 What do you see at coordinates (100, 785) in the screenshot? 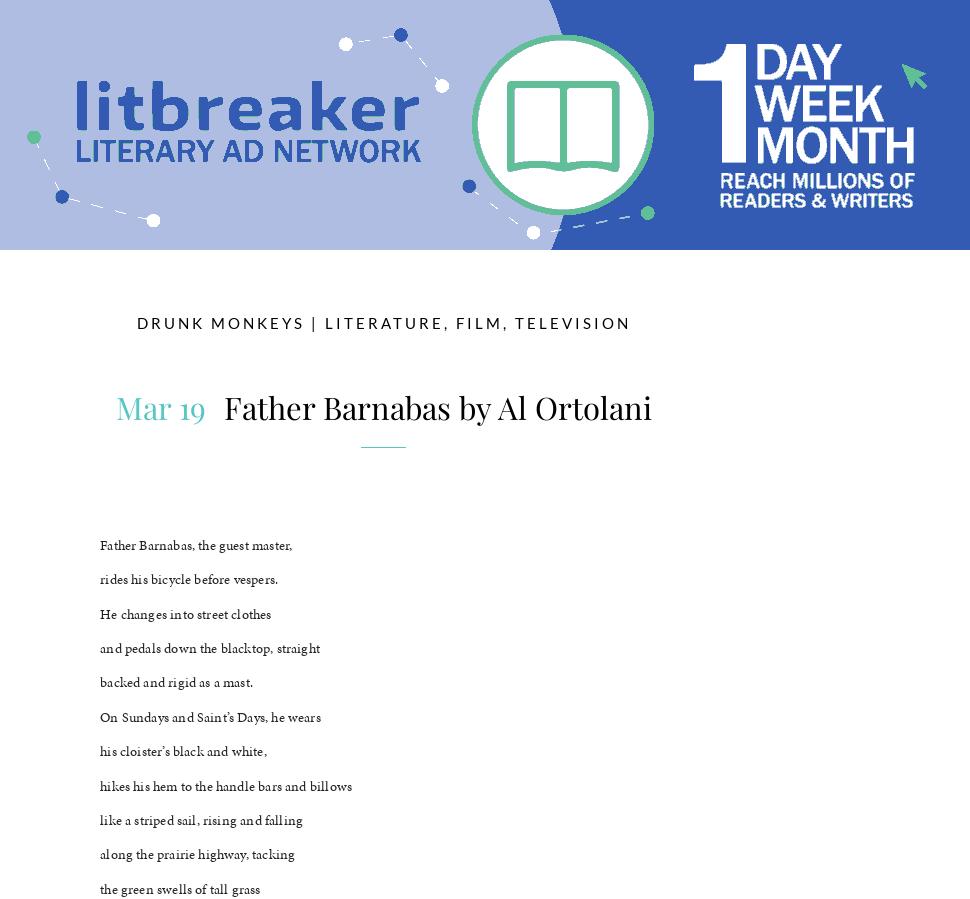
I see `'hikes his hem to the handle bars and billows'` at bounding box center [100, 785].